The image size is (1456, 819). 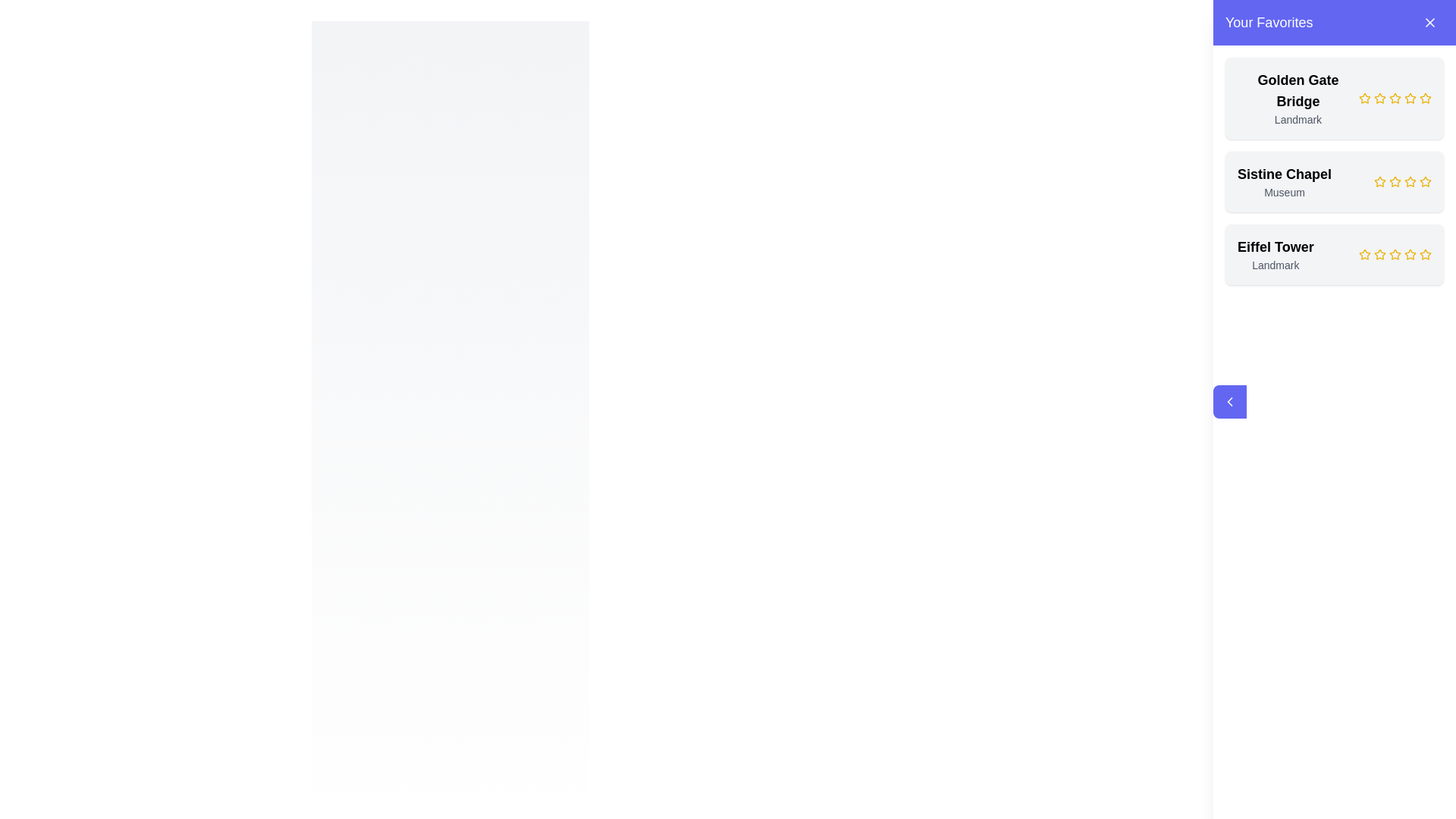 I want to click on the first interactive star-shaped icon with a yellow outline, so click(x=1365, y=253).